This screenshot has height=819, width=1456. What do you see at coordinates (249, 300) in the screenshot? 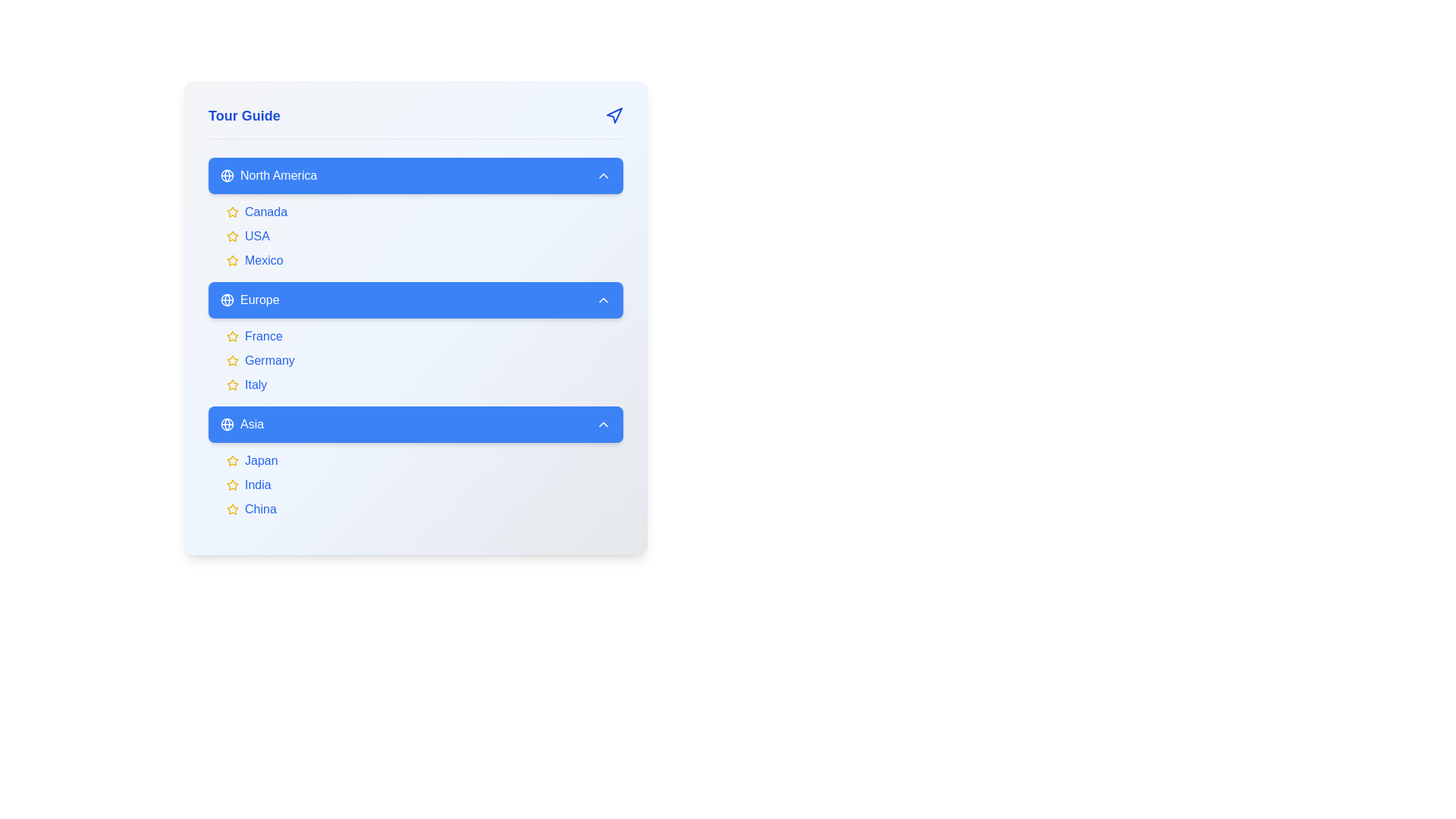
I see `the 'Europe' text label with a globe icon, which is styled in white against a blue background, located in the navigation menu` at bounding box center [249, 300].